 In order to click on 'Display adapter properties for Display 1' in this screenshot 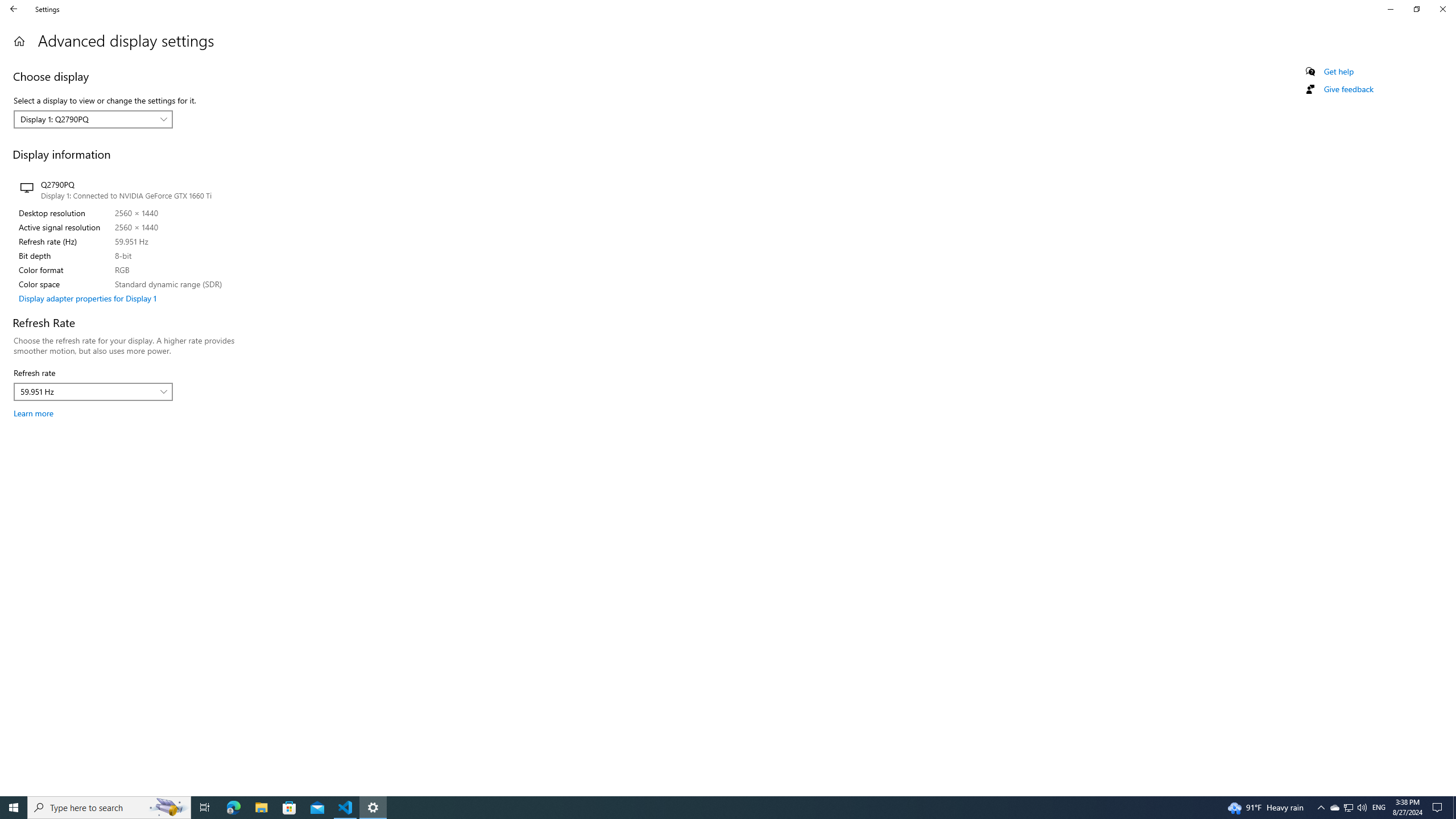, I will do `click(88, 298)`.